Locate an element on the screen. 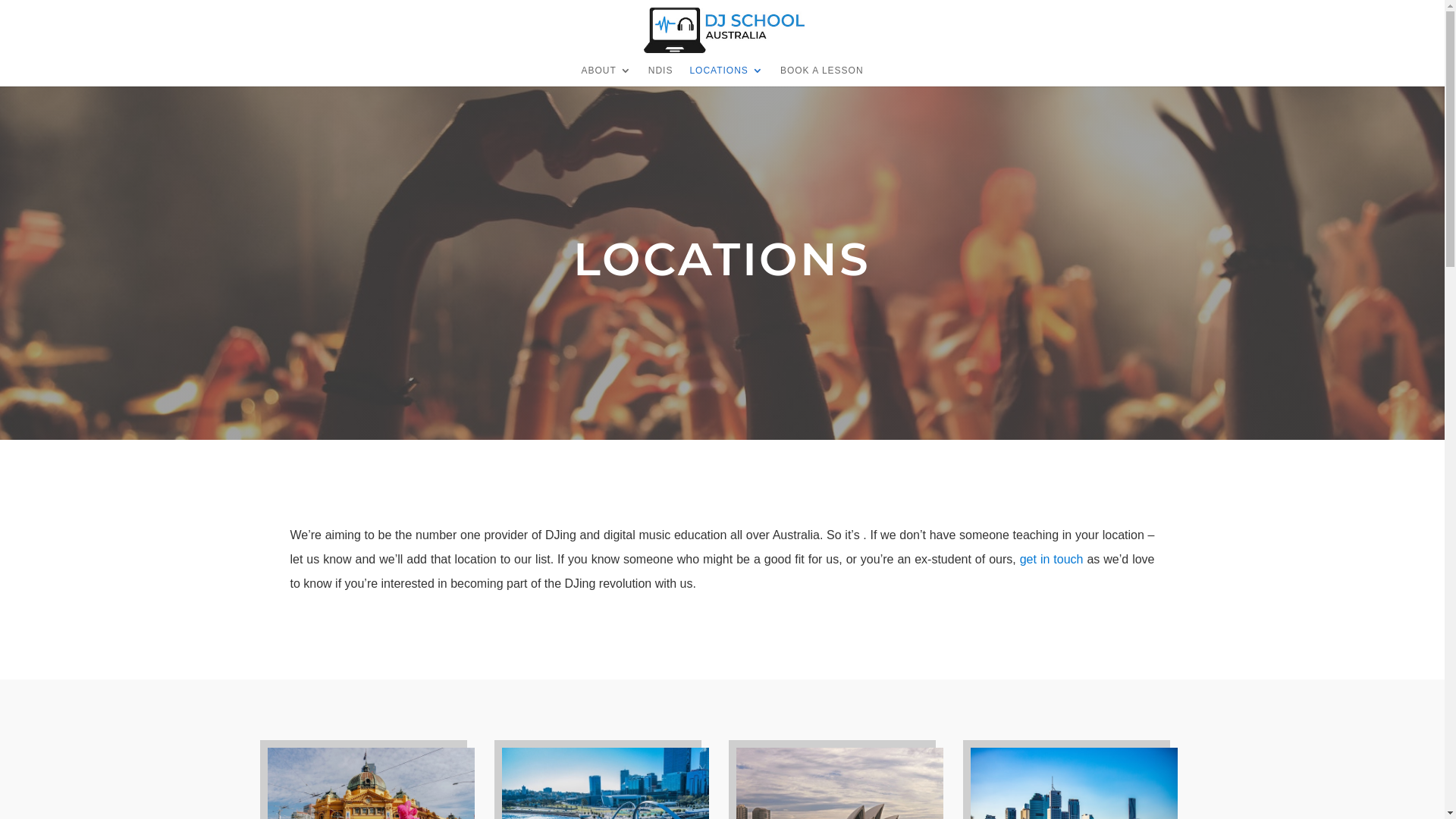 The height and width of the screenshot is (819, 1456). 'BOOK A LESSON' is located at coordinates (821, 76).